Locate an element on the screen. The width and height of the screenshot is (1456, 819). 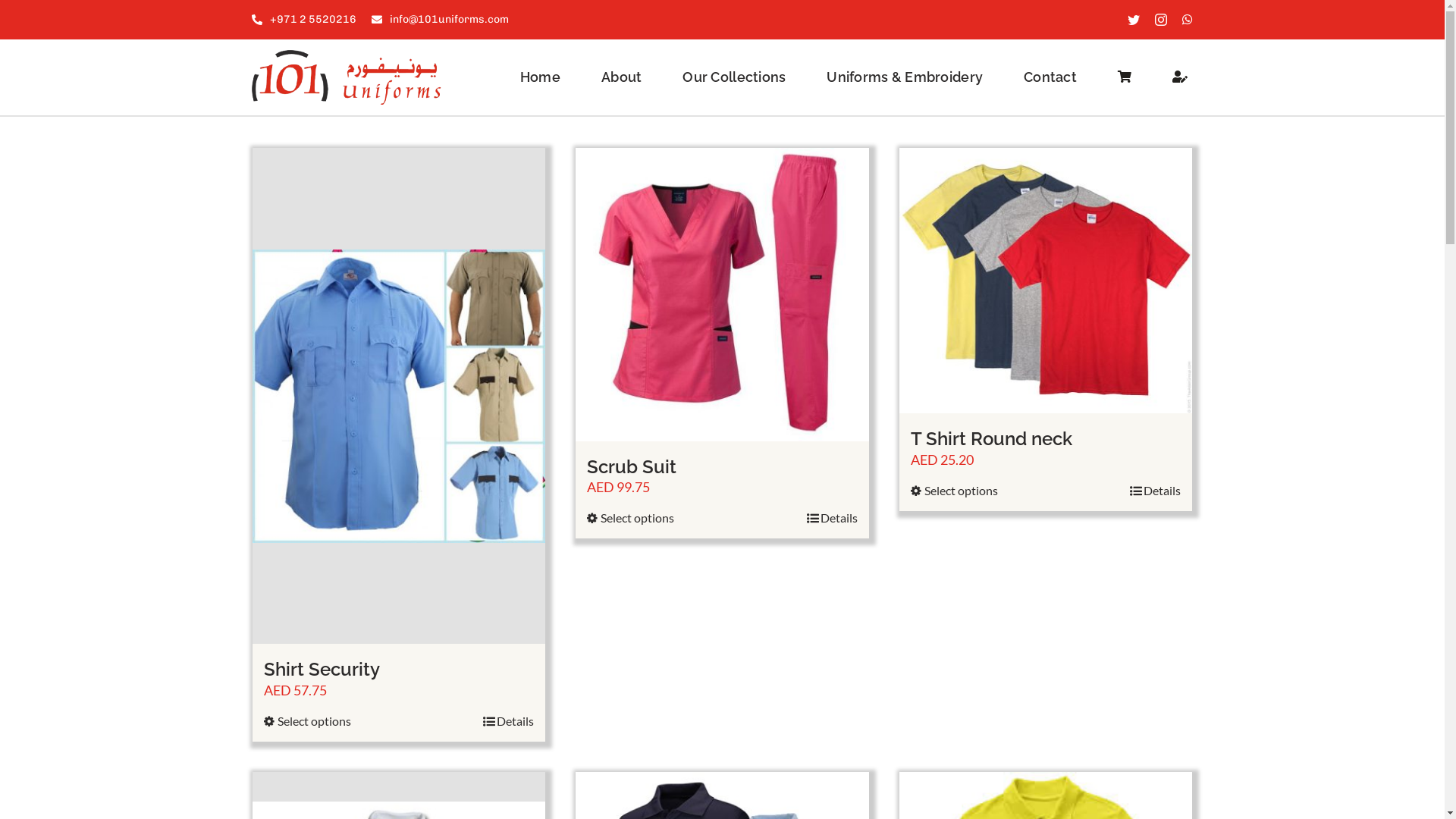
'Uniforms & Embroidery' is located at coordinates (905, 77).